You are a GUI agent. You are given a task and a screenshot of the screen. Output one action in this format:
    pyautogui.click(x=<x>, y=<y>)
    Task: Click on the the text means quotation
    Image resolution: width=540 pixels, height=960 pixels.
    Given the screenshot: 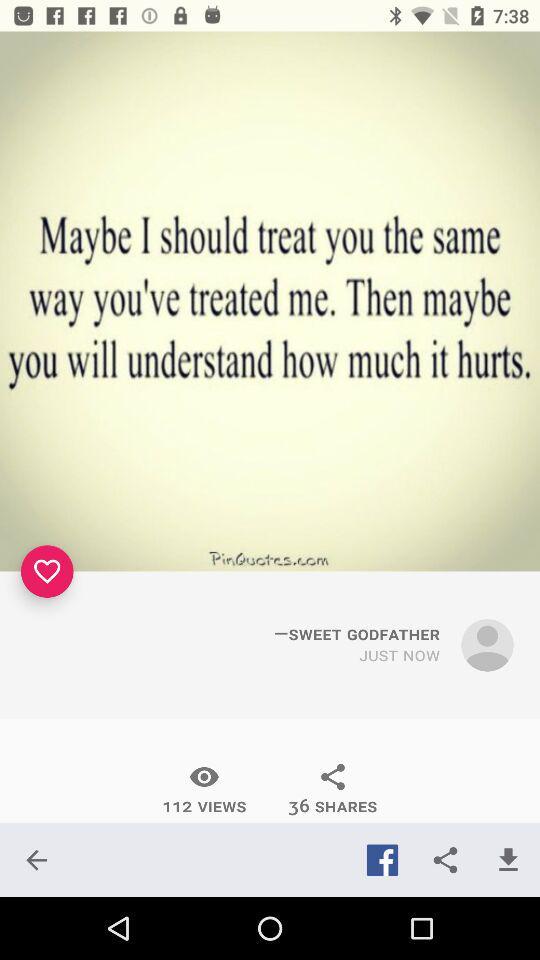 What is the action you would take?
    pyautogui.click(x=270, y=301)
    